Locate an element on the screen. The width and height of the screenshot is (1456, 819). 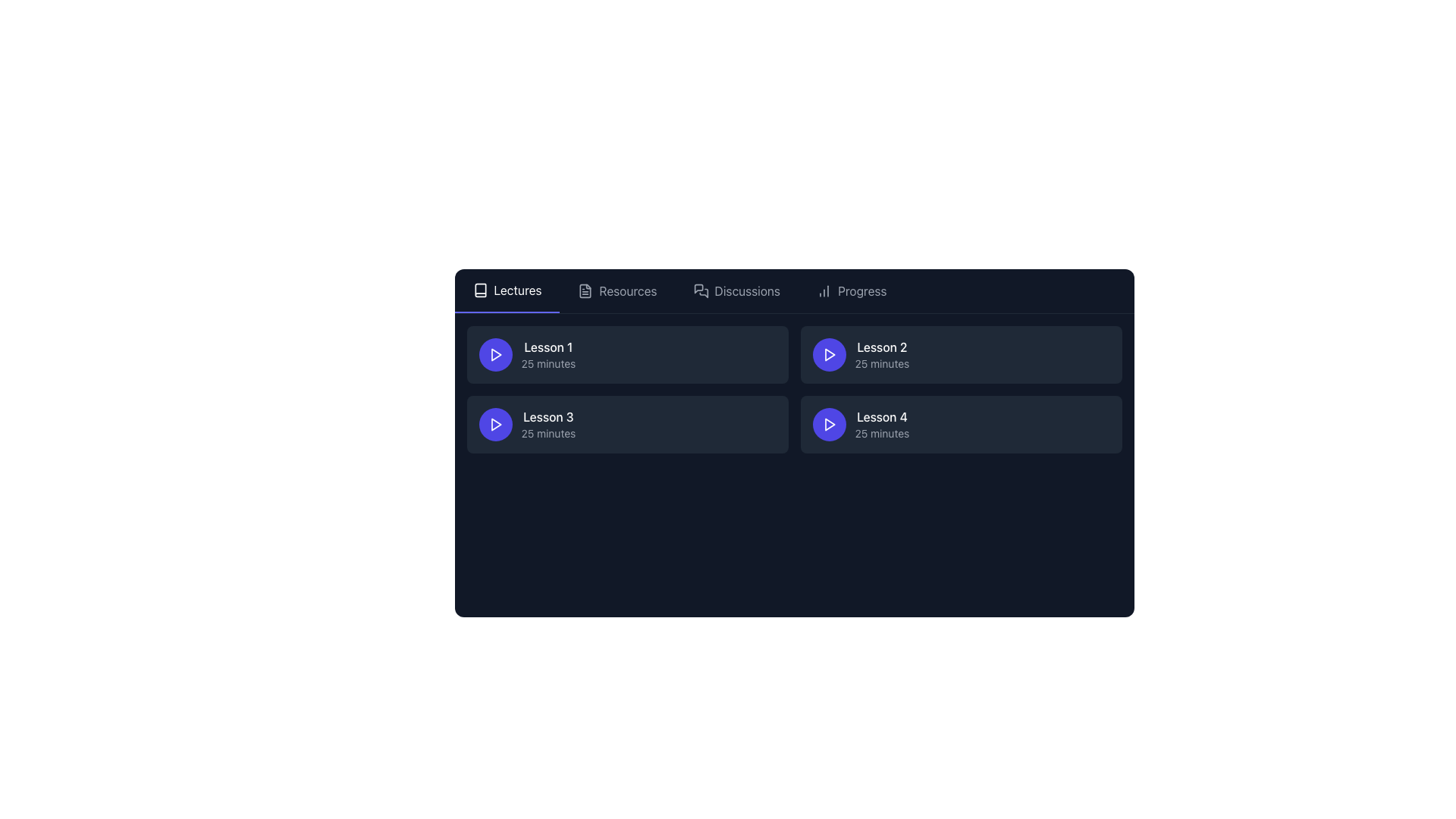
the circular purple button with a white play icon is located at coordinates (828, 354).